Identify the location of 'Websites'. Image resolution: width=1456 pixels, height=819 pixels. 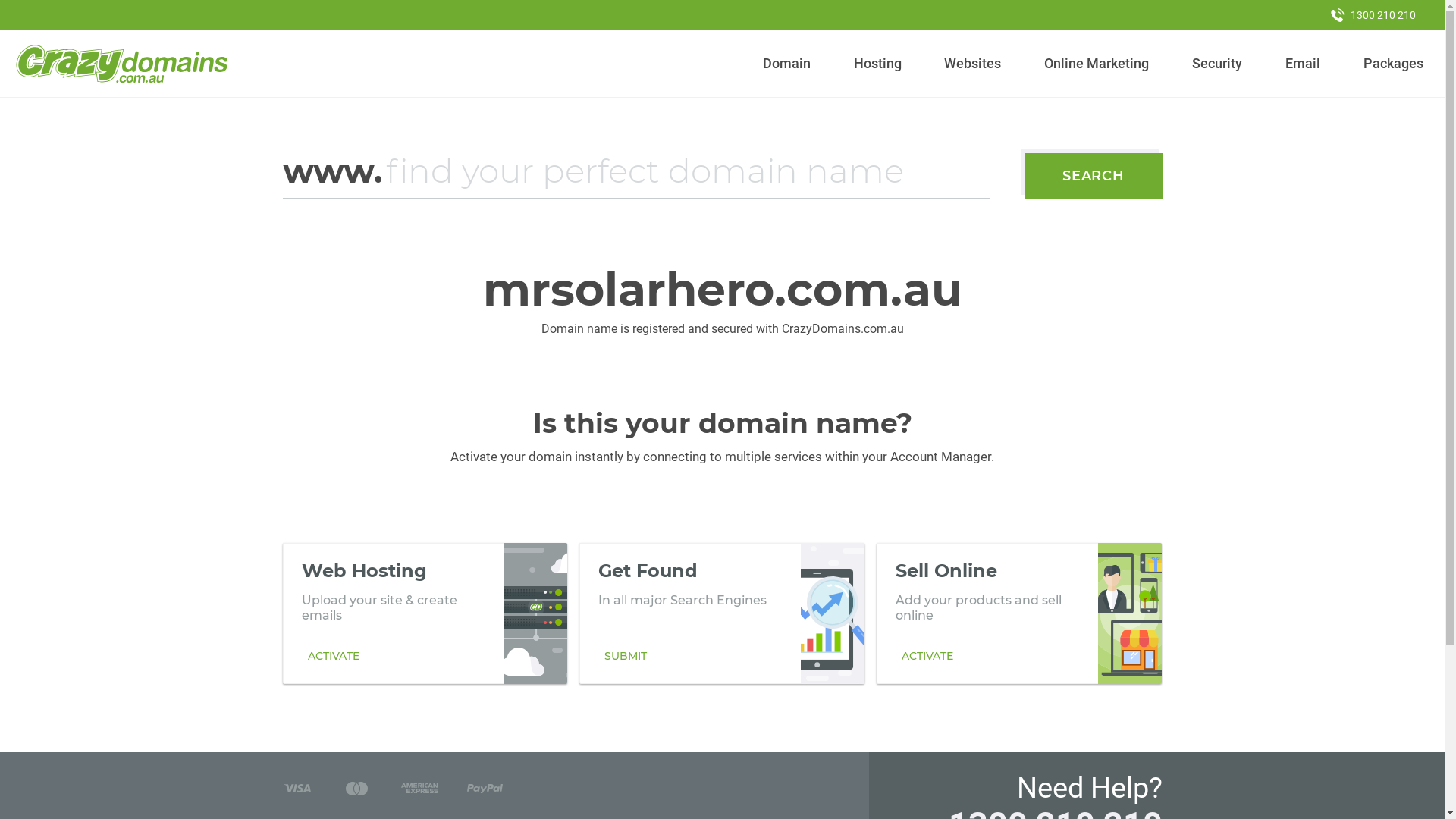
(937, 63).